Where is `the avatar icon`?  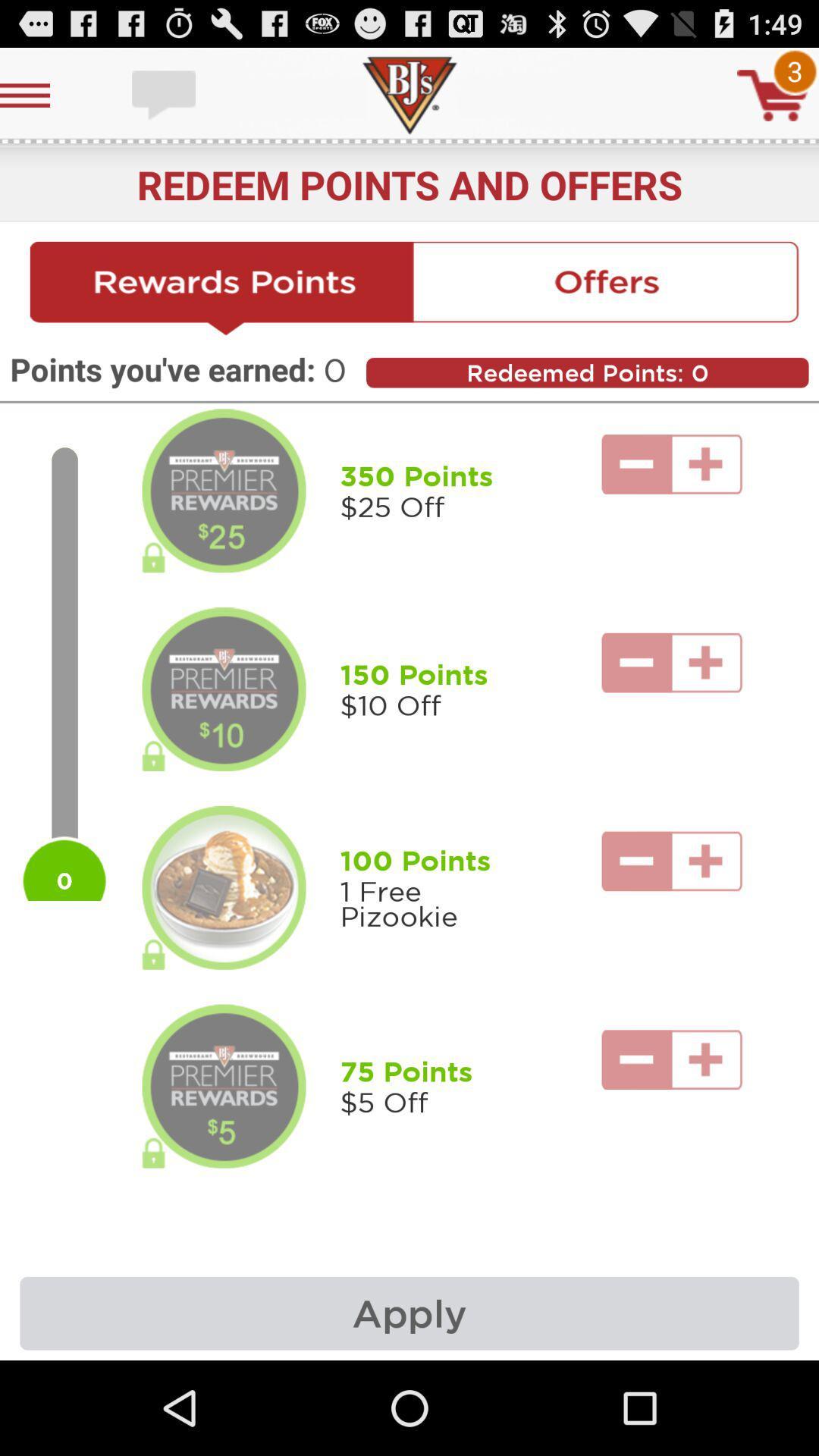 the avatar icon is located at coordinates (224, 526).